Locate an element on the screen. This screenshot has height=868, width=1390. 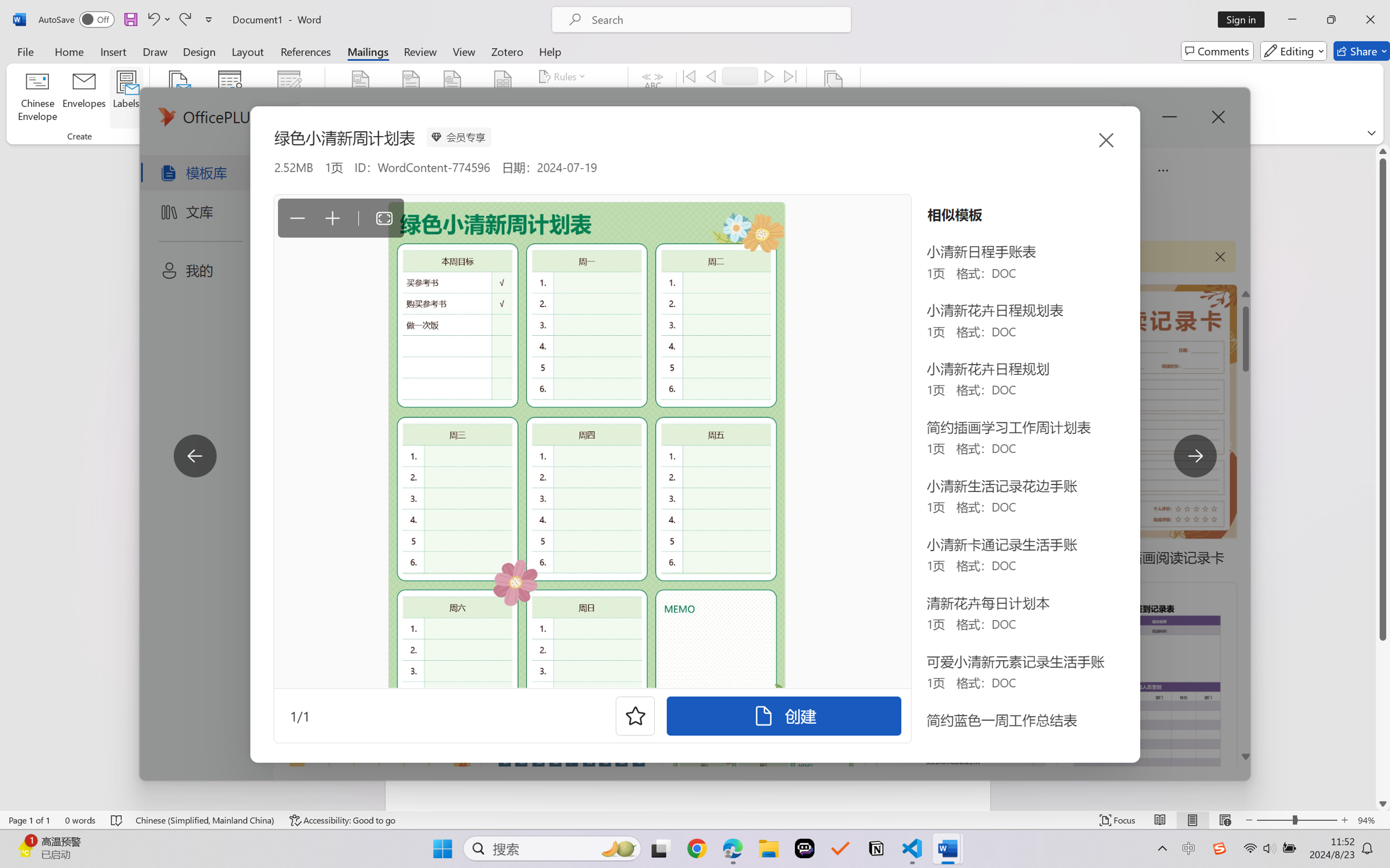
'Line up' is located at coordinates (1383, 150).